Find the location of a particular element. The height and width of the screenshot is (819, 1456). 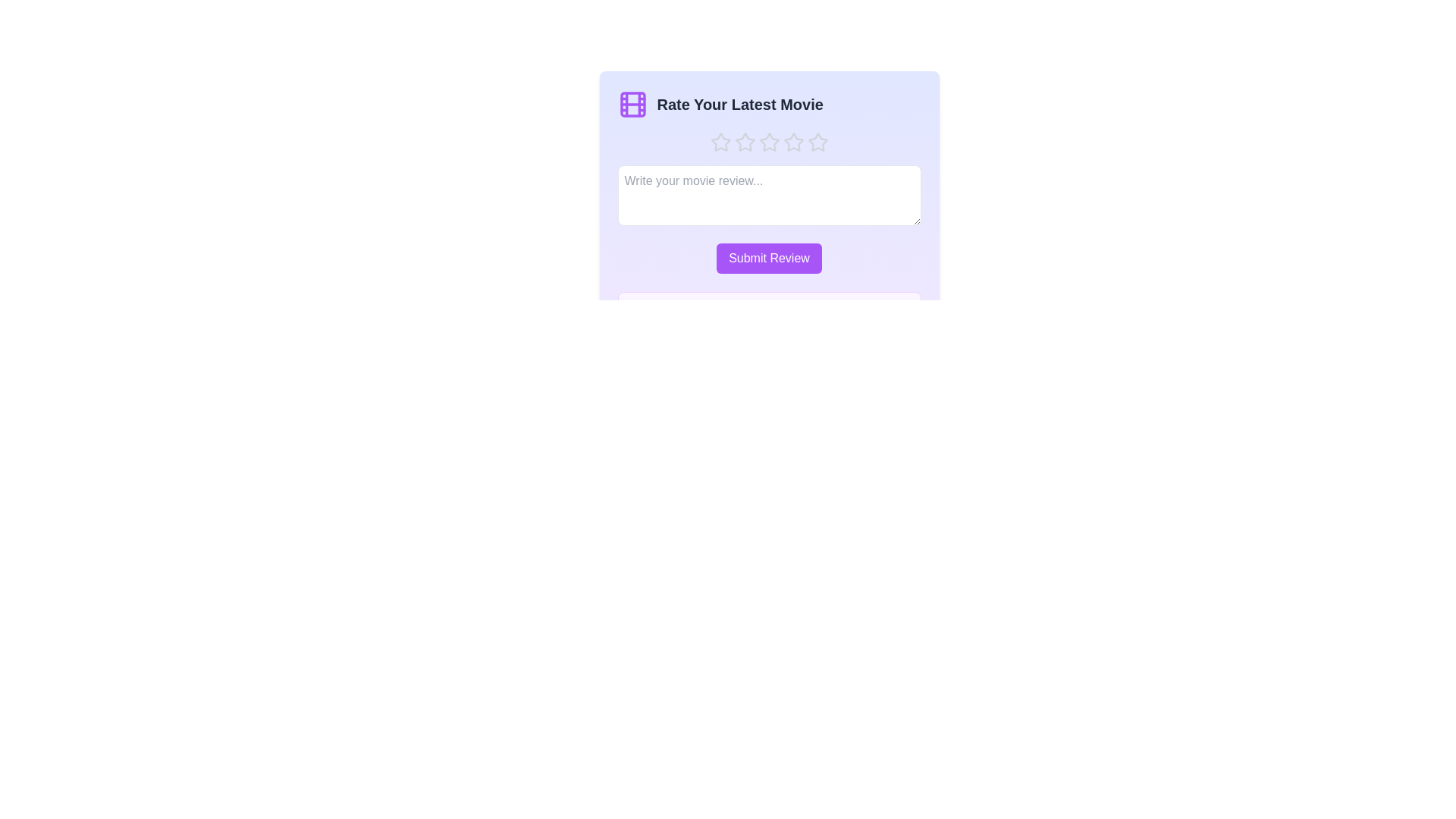

the text area and type the review text is located at coordinates (769, 195).